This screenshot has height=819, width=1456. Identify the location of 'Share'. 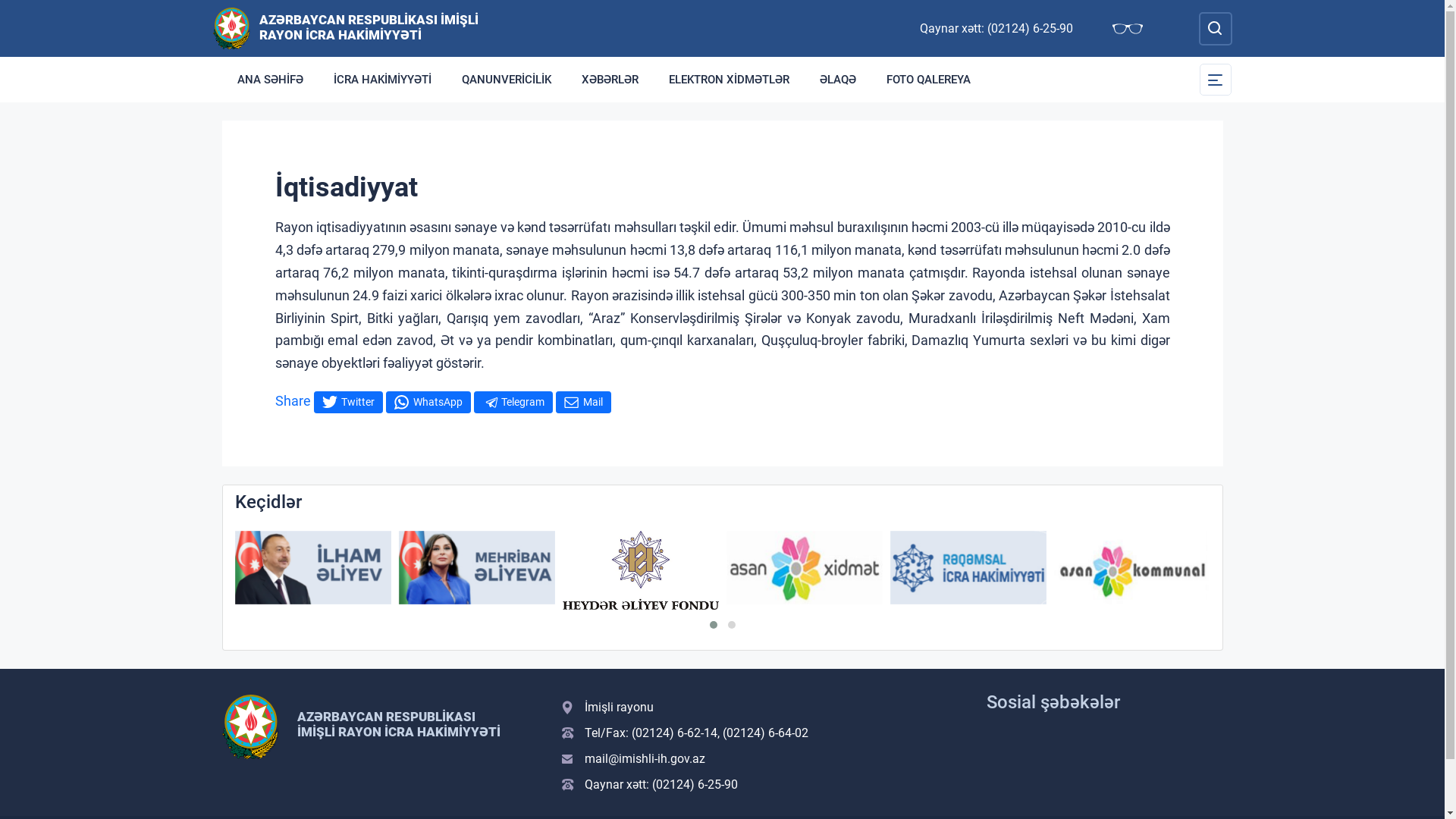
(274, 400).